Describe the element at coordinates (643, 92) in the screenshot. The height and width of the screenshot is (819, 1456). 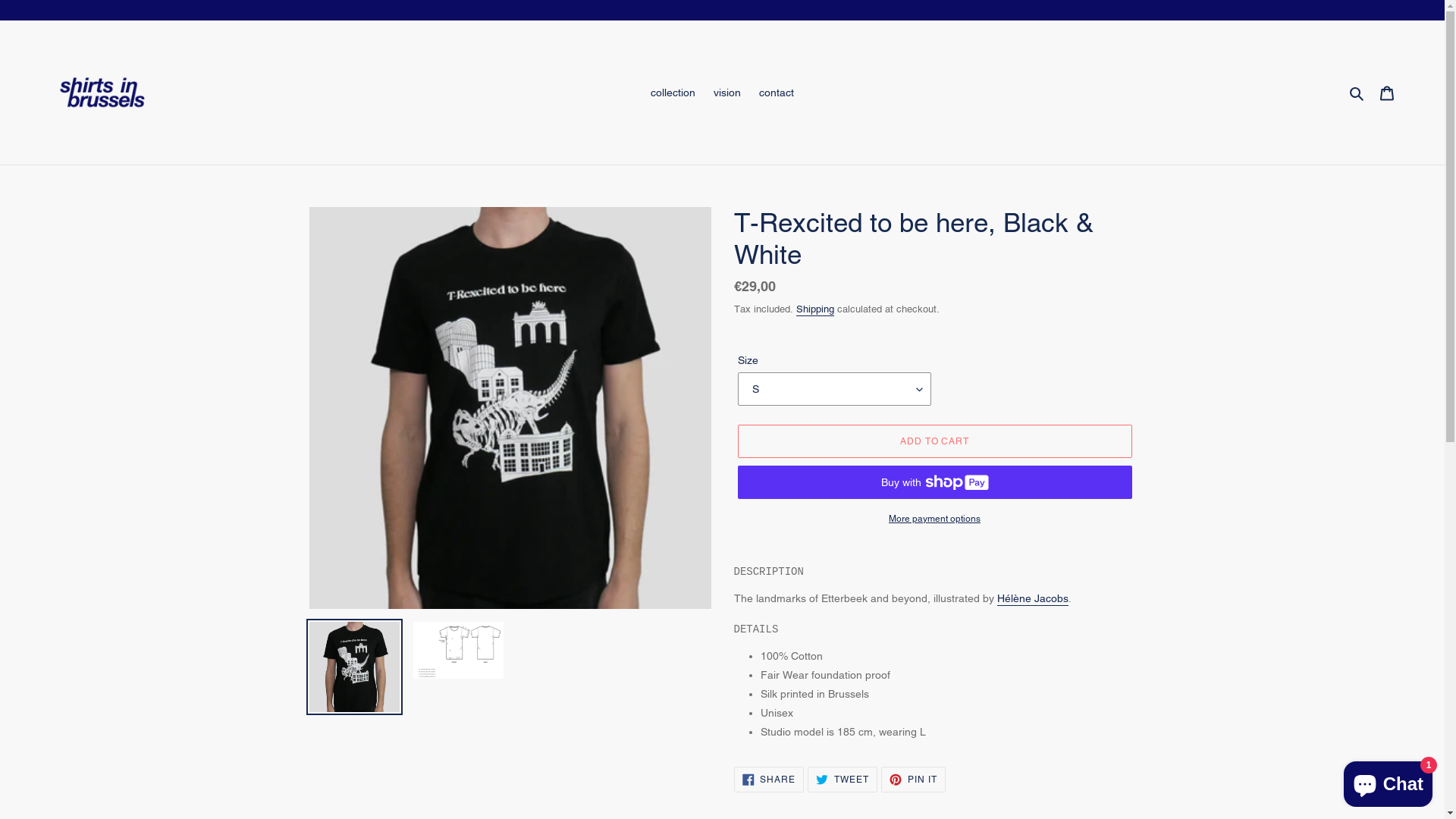
I see `'collection'` at that location.